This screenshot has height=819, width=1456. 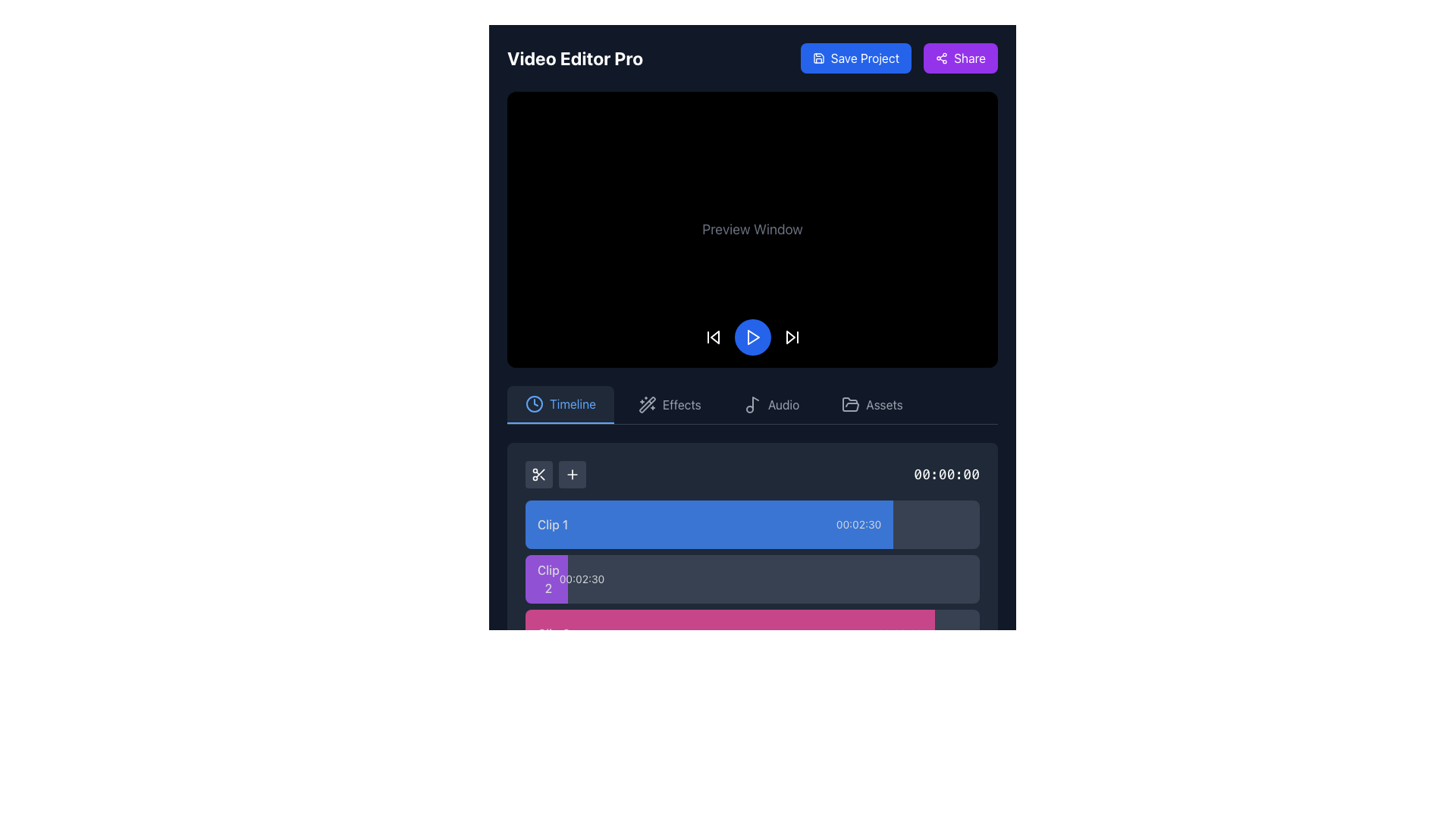 I want to click on the scissors icon button, which is a small icon styled as scissors located in the bottom-left portion of the interface, part of a horizontal set of two buttons, so click(x=538, y=472).